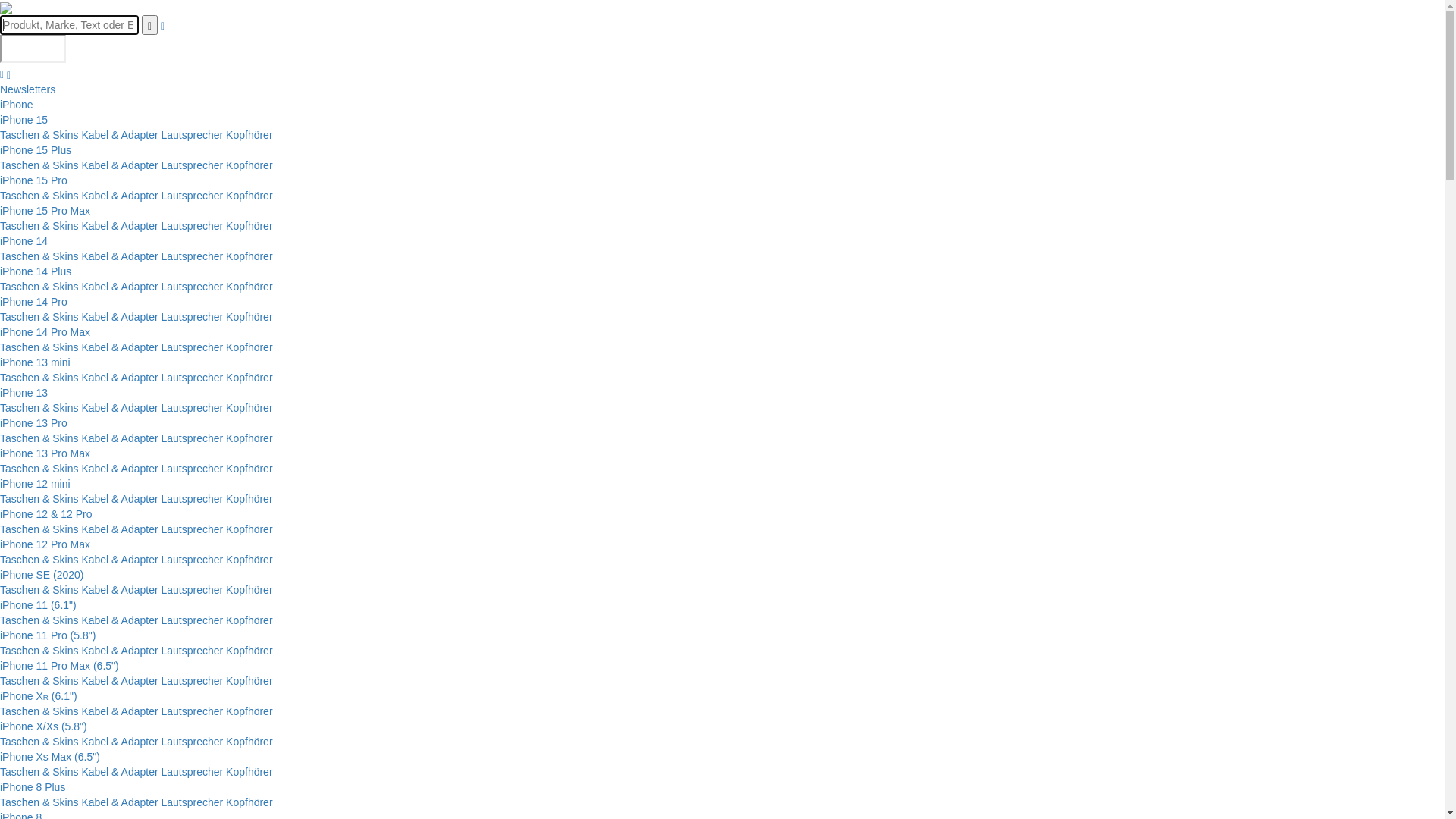 The height and width of the screenshot is (819, 1456). What do you see at coordinates (0, 391) in the screenshot?
I see `'iPhone 13'` at bounding box center [0, 391].